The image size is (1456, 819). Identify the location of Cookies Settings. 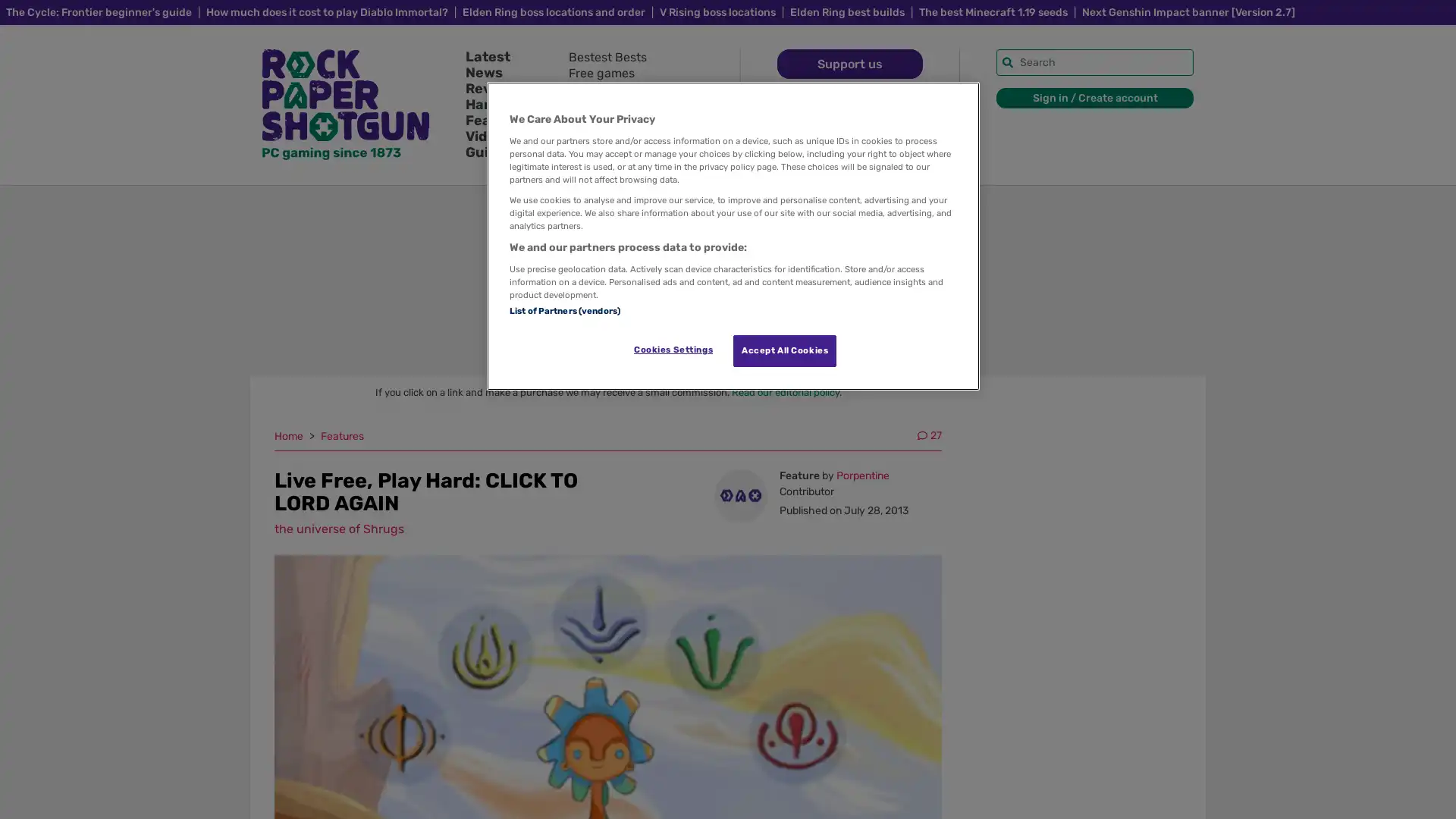
(672, 350).